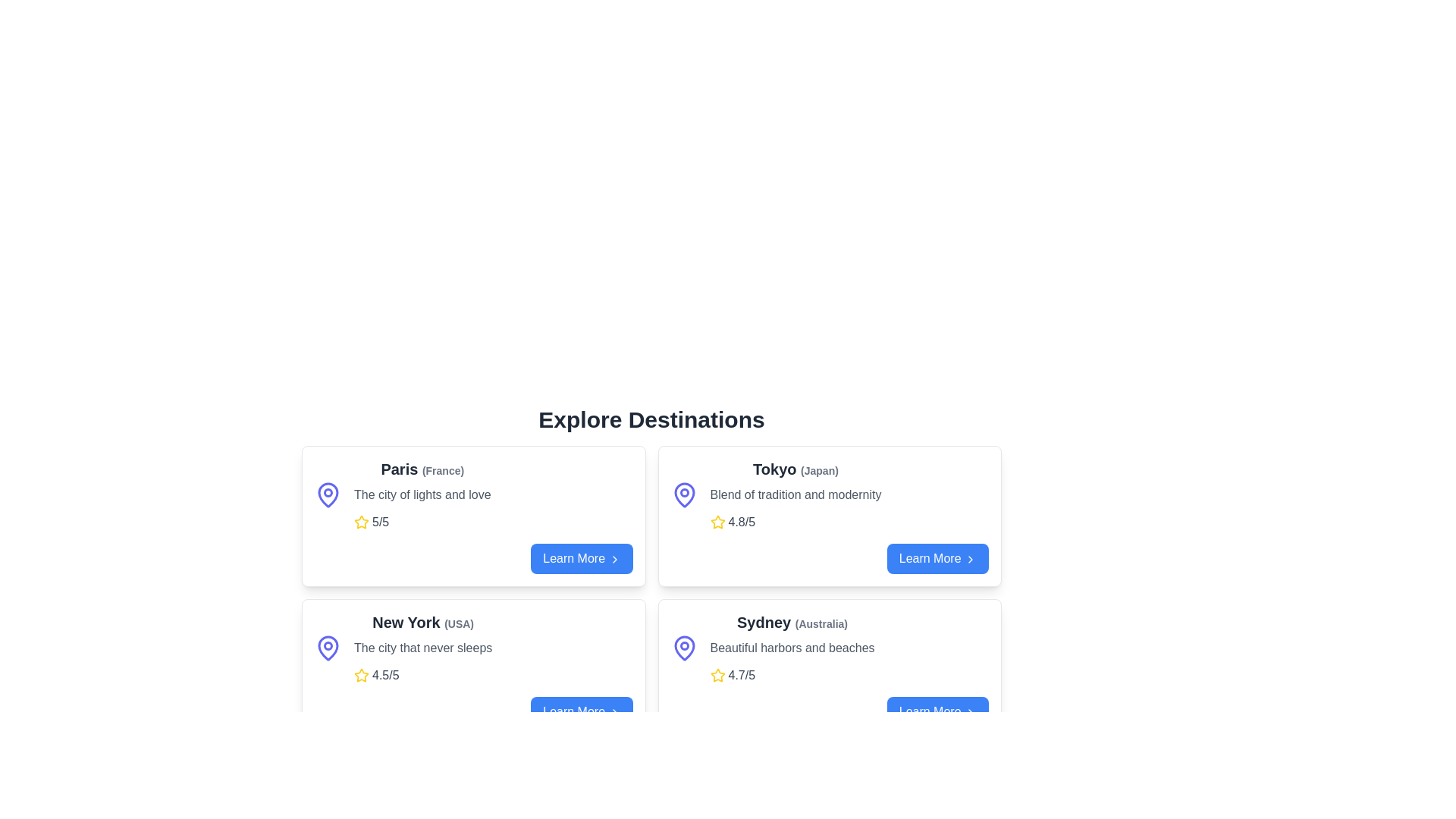 The image size is (1456, 819). What do you see at coordinates (683, 494) in the screenshot?
I see `the icon located at the leftmost side of the Tokyo information card, positioned above the text 'Tokyo (Japan)' and 'Blend of tradition and modernity'` at bounding box center [683, 494].